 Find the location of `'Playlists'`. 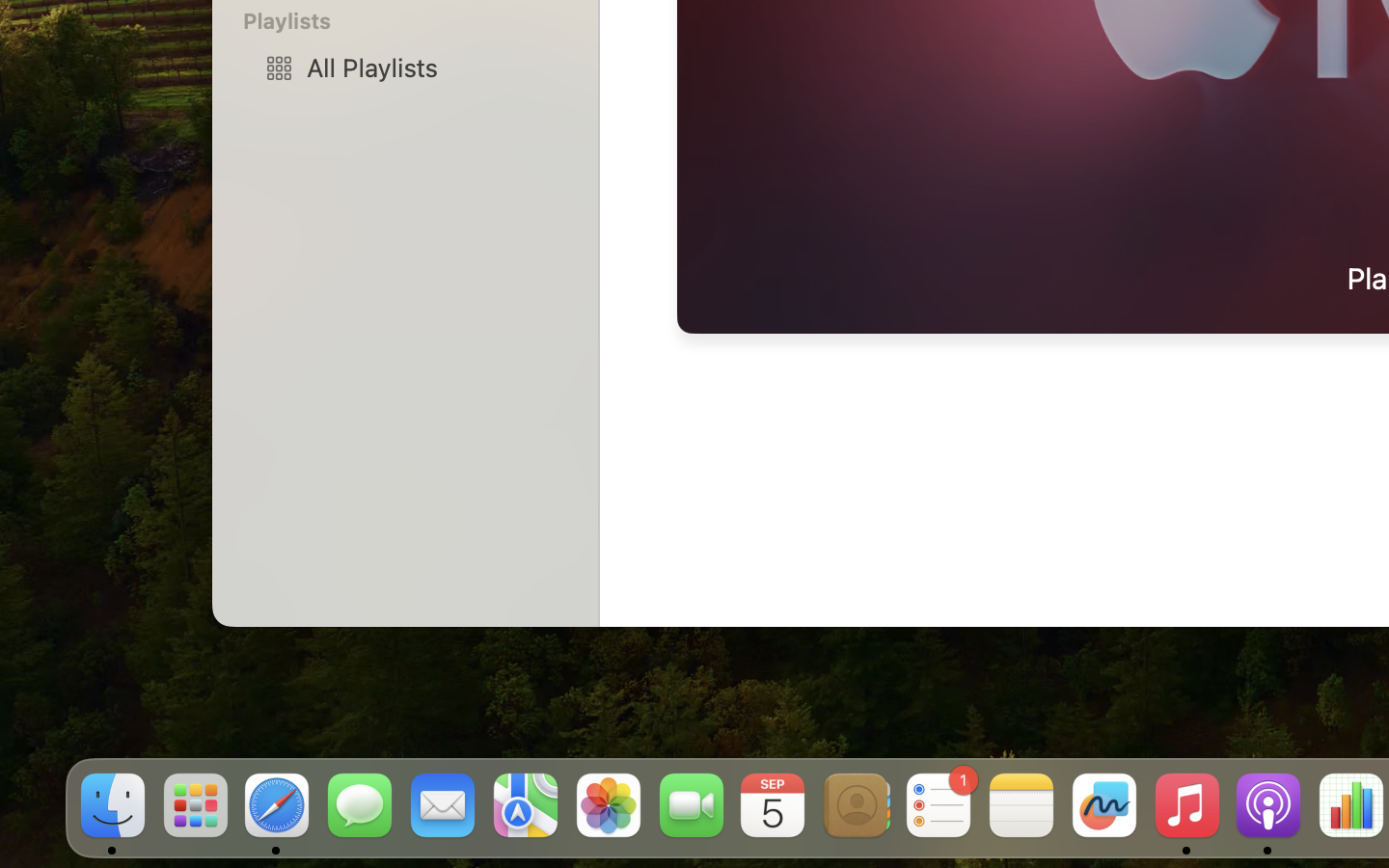

'Playlists' is located at coordinates (417, 19).